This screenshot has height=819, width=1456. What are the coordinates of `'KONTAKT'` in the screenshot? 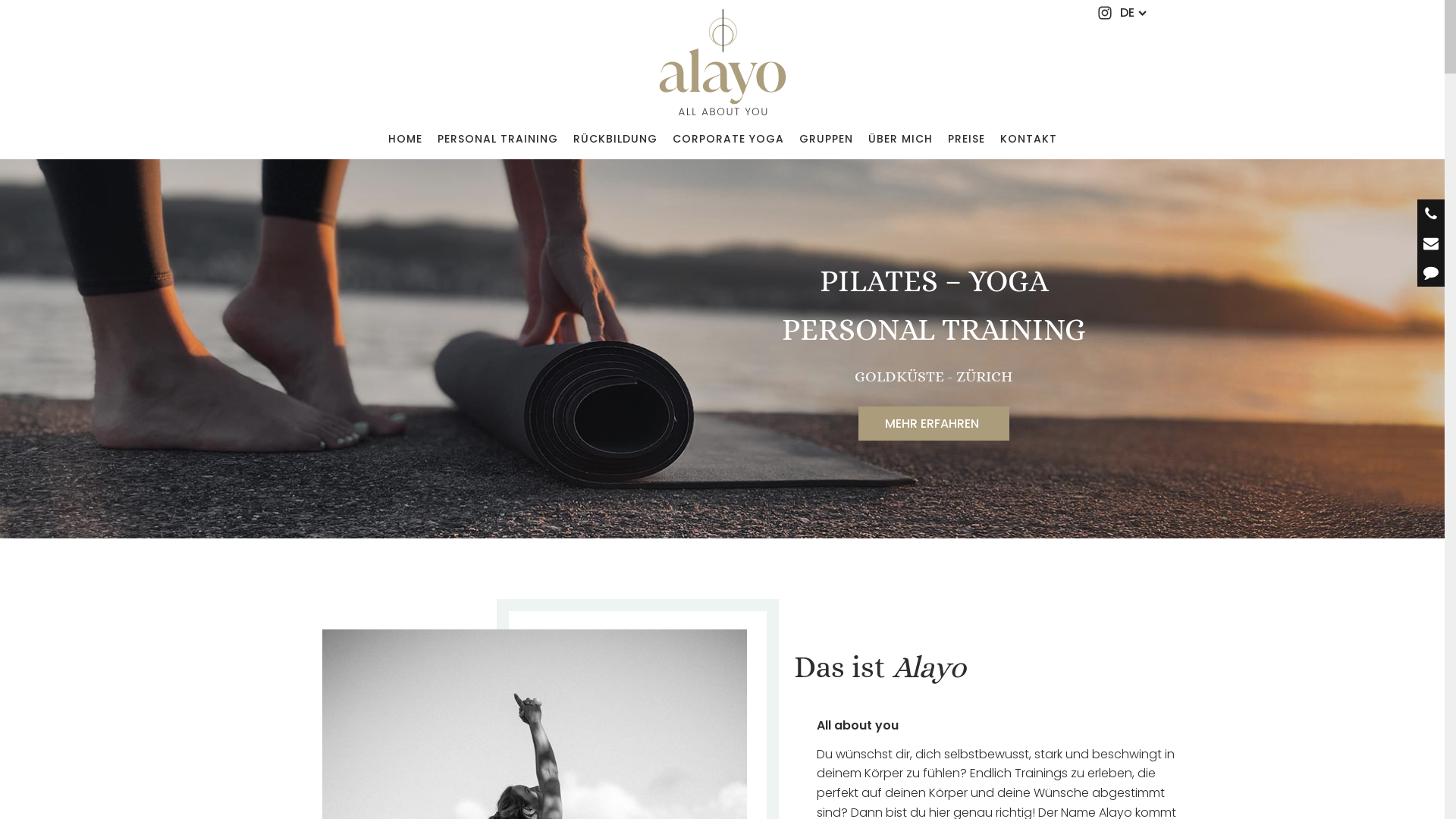 It's located at (1028, 138).